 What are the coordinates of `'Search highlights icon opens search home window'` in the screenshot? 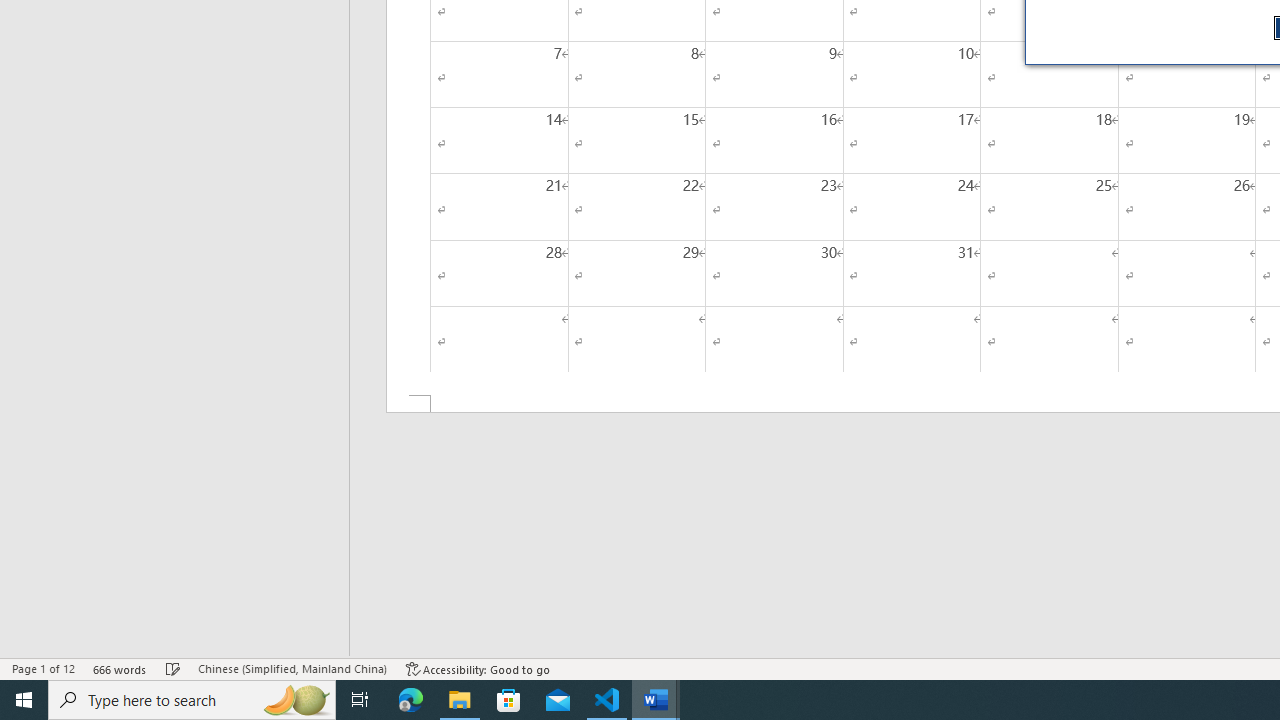 It's located at (294, 698).